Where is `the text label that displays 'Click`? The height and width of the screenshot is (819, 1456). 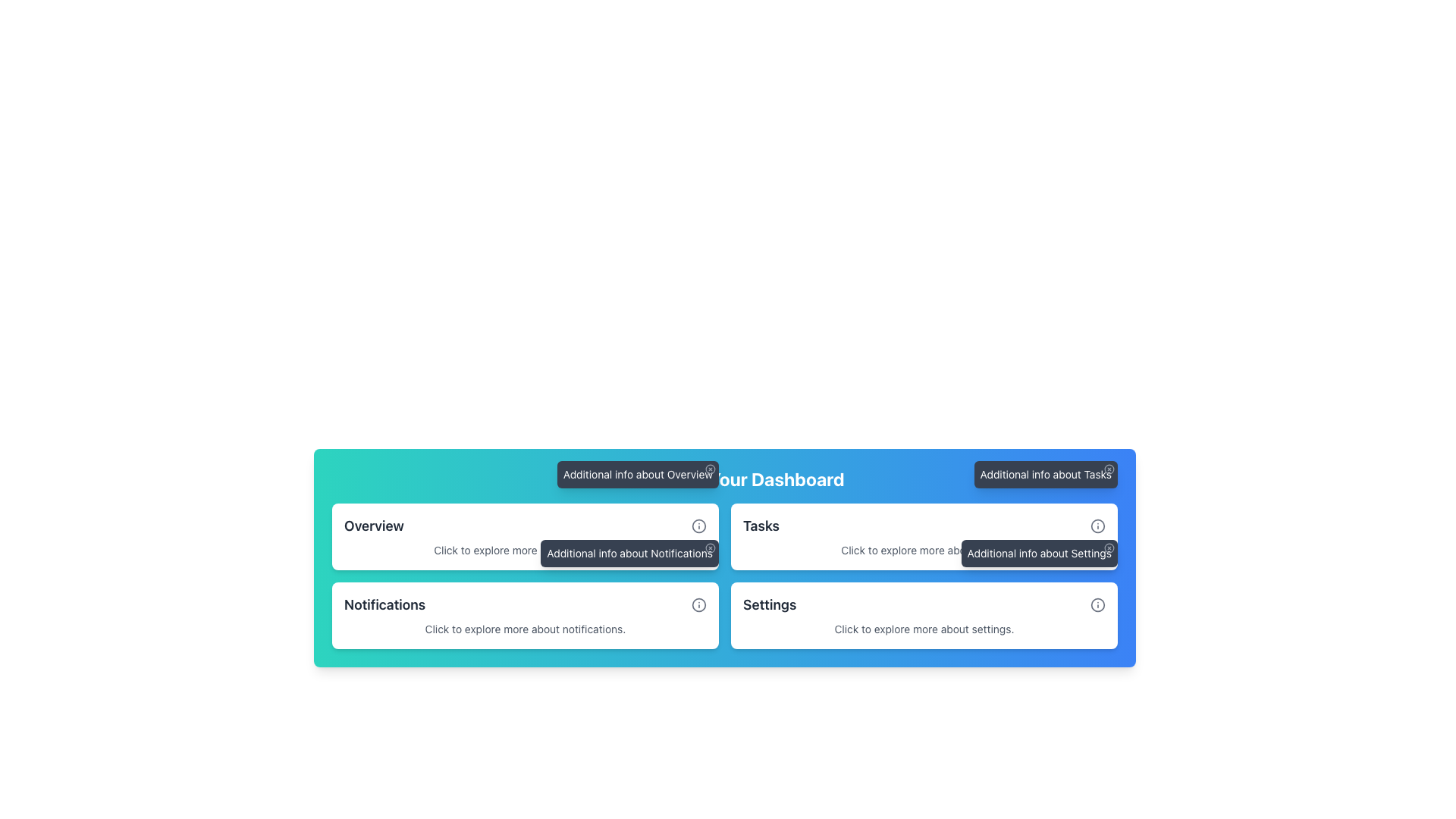
the text label that displays 'Click is located at coordinates (924, 629).